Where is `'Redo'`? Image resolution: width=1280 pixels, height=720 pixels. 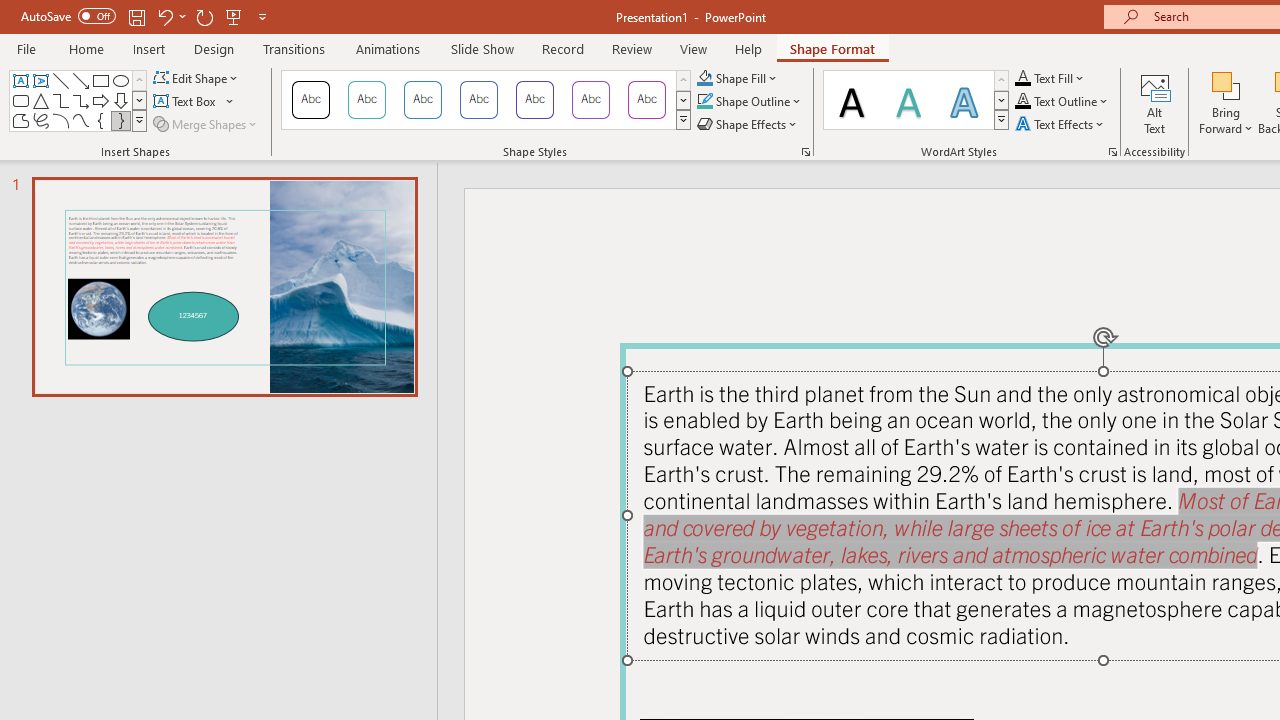 'Redo' is located at coordinates (204, 16).